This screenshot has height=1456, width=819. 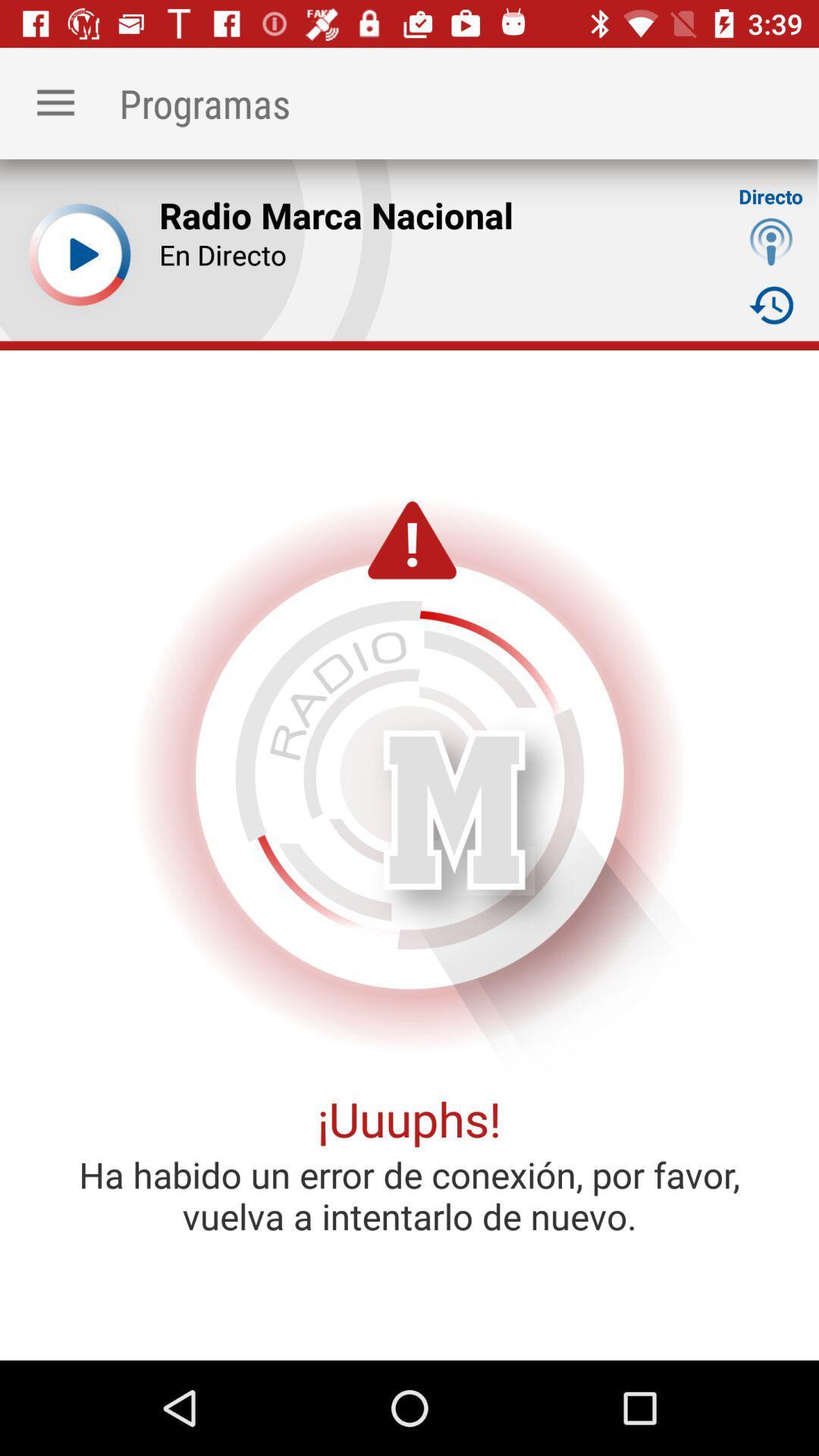 I want to click on the history icon, so click(x=771, y=304).